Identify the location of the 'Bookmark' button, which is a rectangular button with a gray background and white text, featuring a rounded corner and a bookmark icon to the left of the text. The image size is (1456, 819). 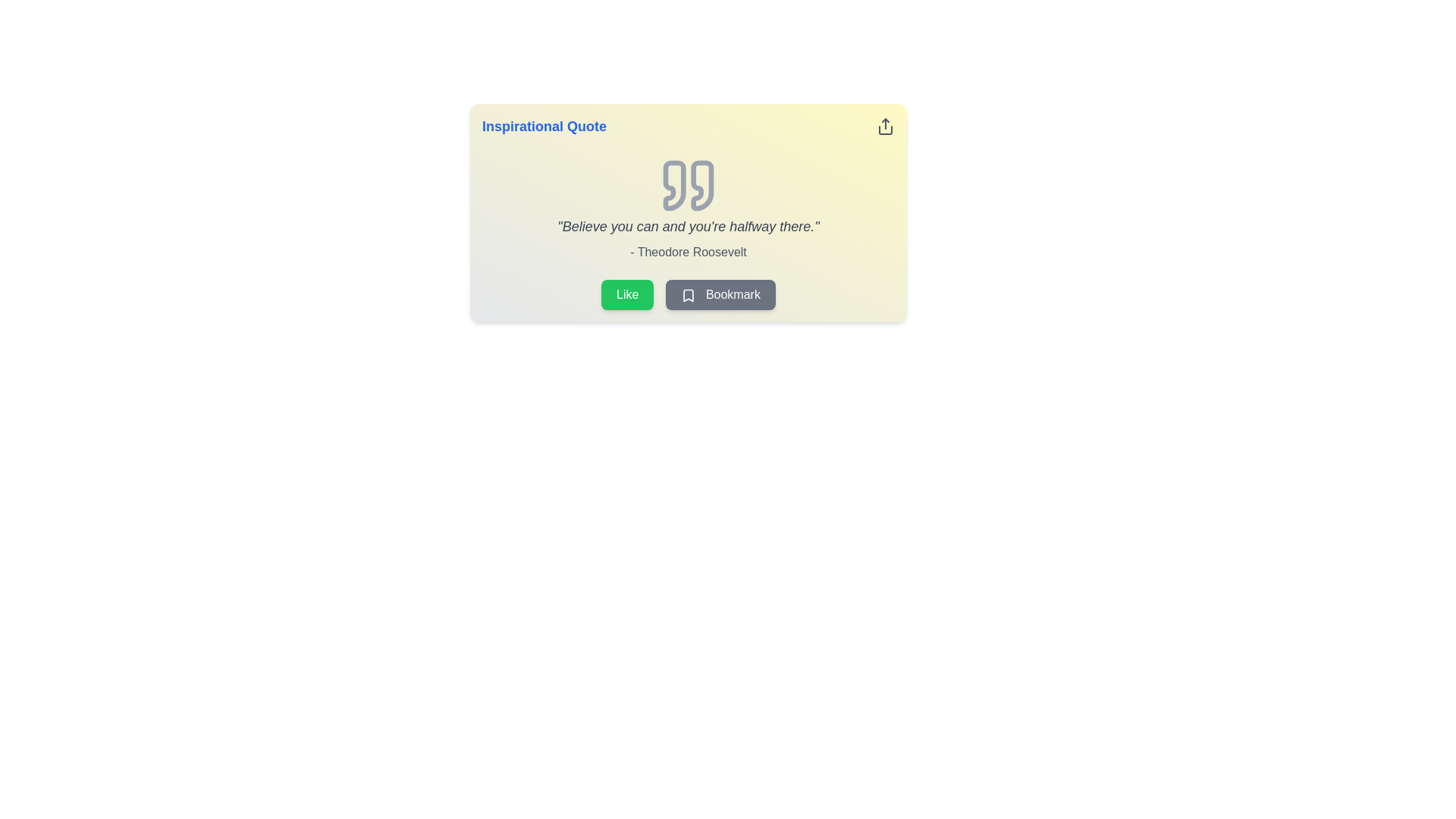
(720, 295).